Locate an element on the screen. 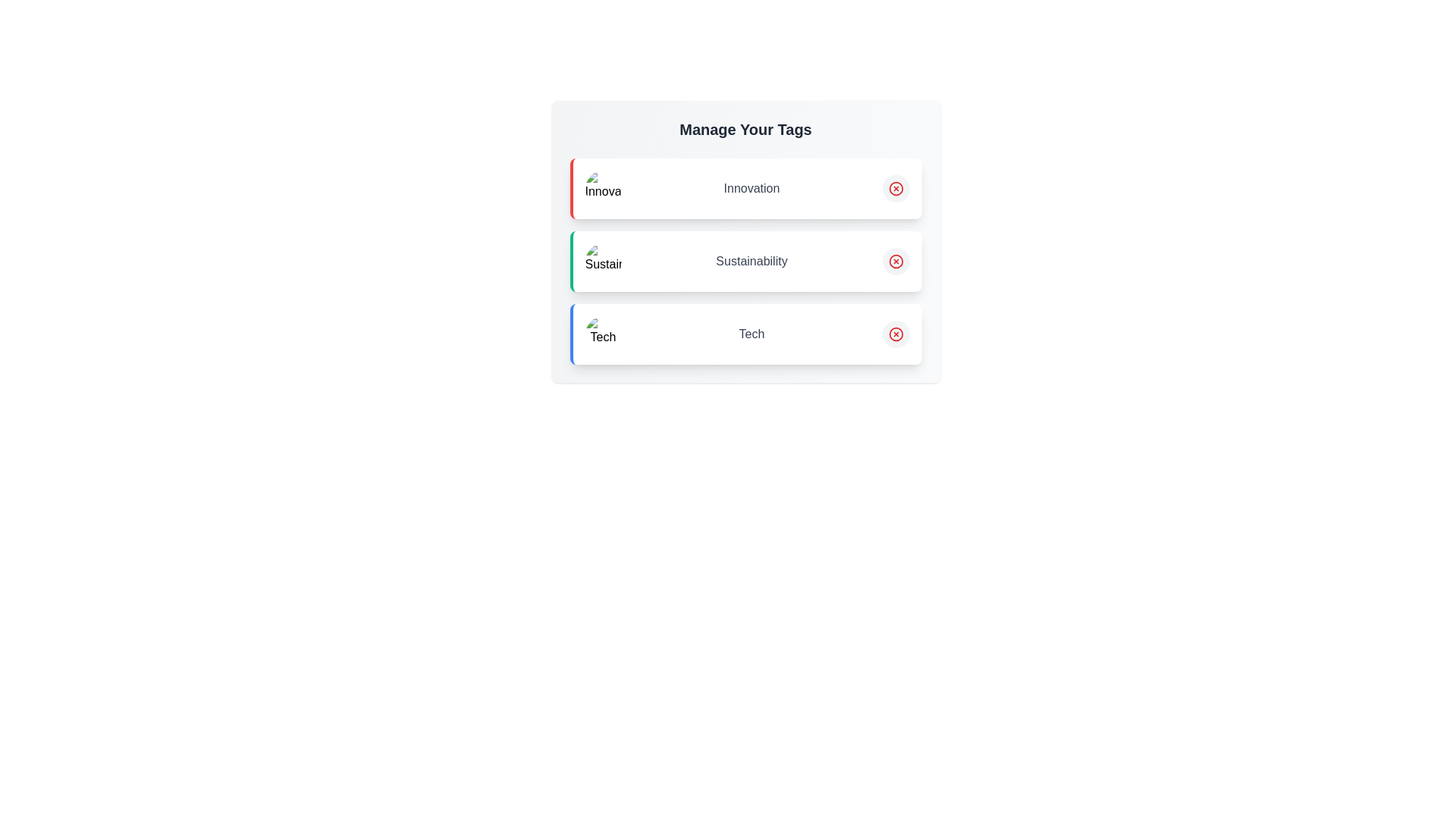 Image resolution: width=1456 pixels, height=819 pixels. the tag item Sustainability to observe its hover effect is located at coordinates (745, 260).